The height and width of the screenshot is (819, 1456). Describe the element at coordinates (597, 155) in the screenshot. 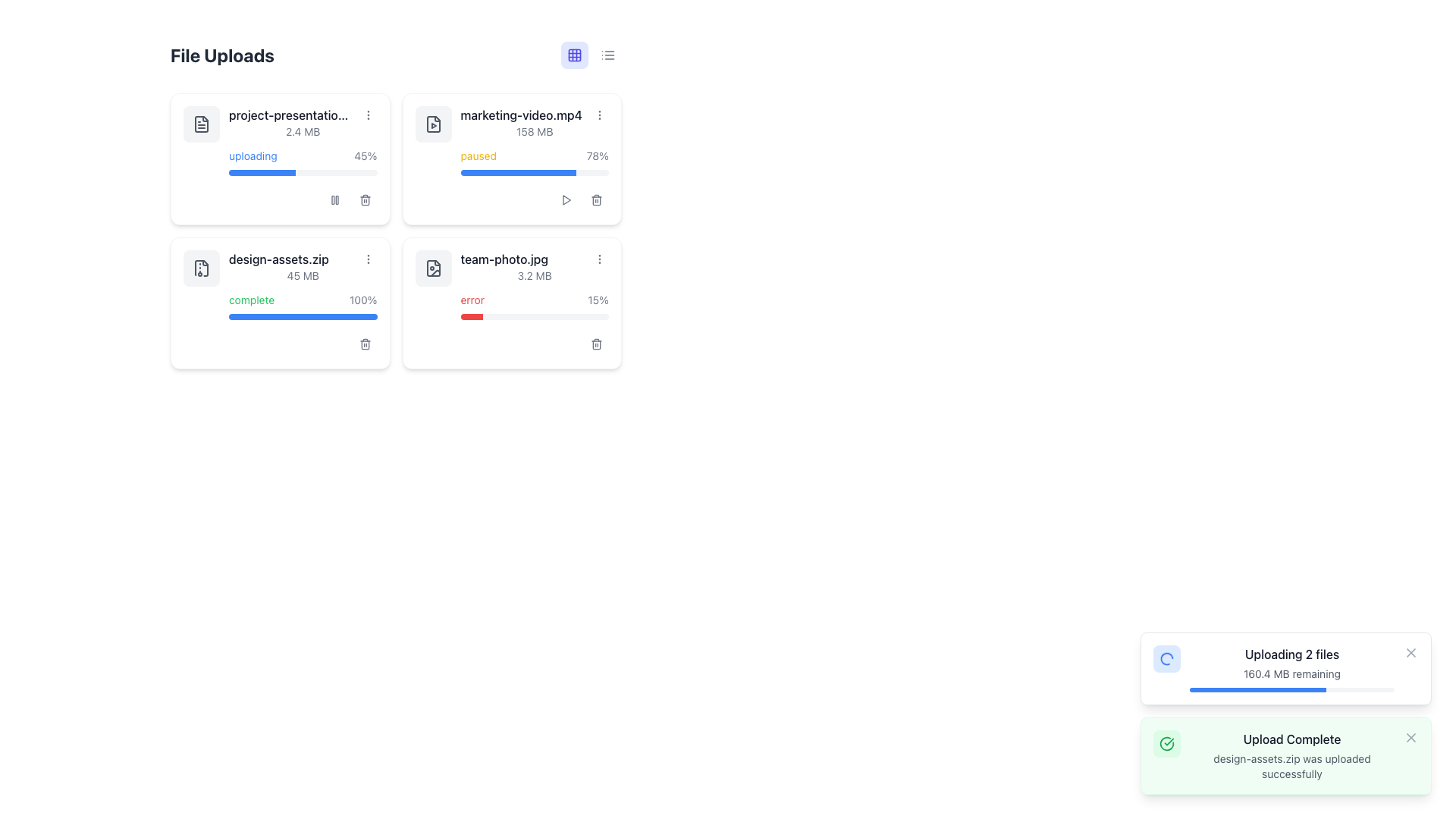

I see `the label displaying '78%' progress percentage, which is styled in gray and located to the right of the 'paused' label above the progress bar for the 'marketing-video.mp4' item` at that location.